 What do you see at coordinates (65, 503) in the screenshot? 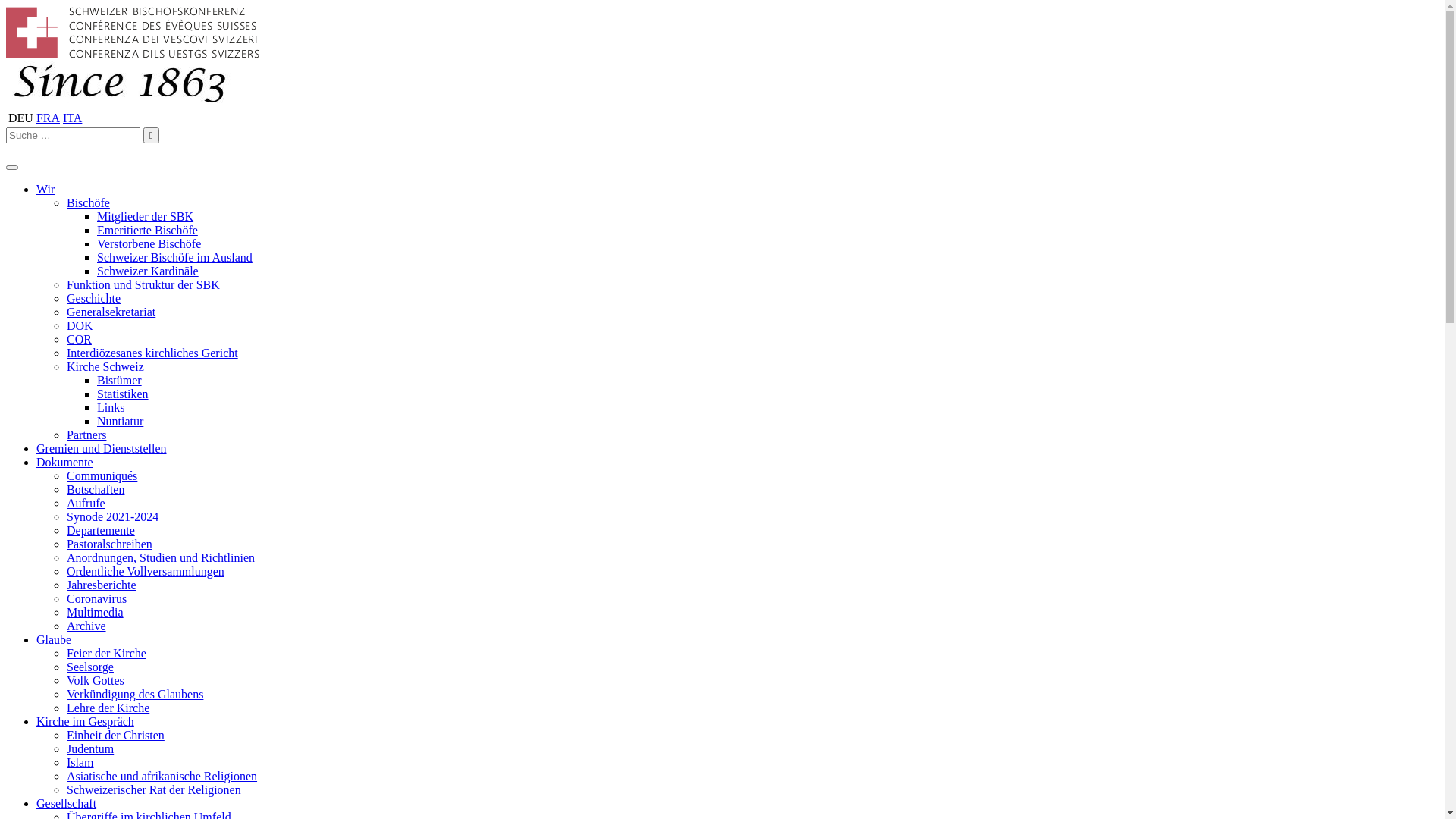
I see `'Aufrufe'` at bounding box center [65, 503].